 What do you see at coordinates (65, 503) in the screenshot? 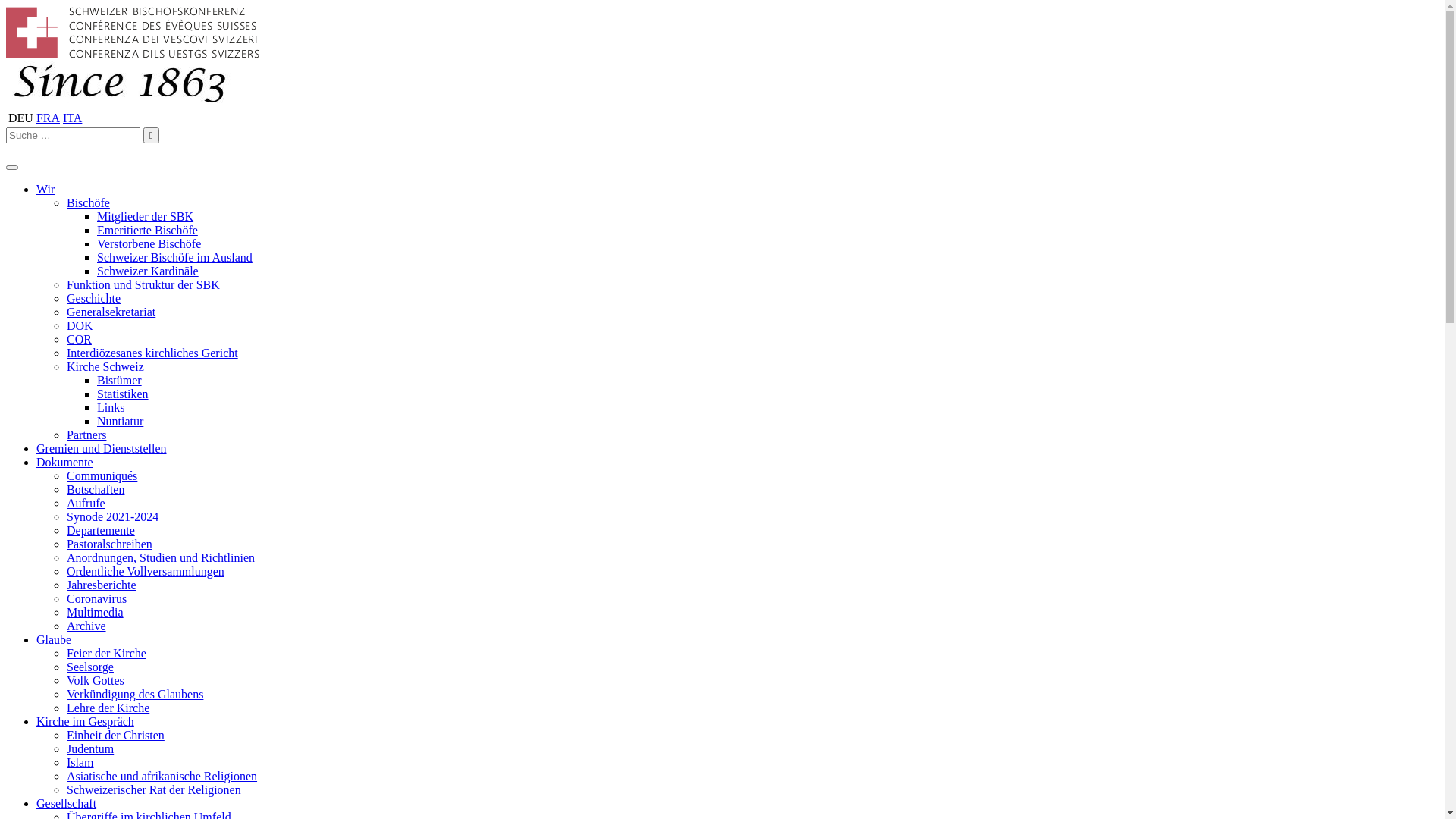
I see `'Aufrufe'` at bounding box center [65, 503].